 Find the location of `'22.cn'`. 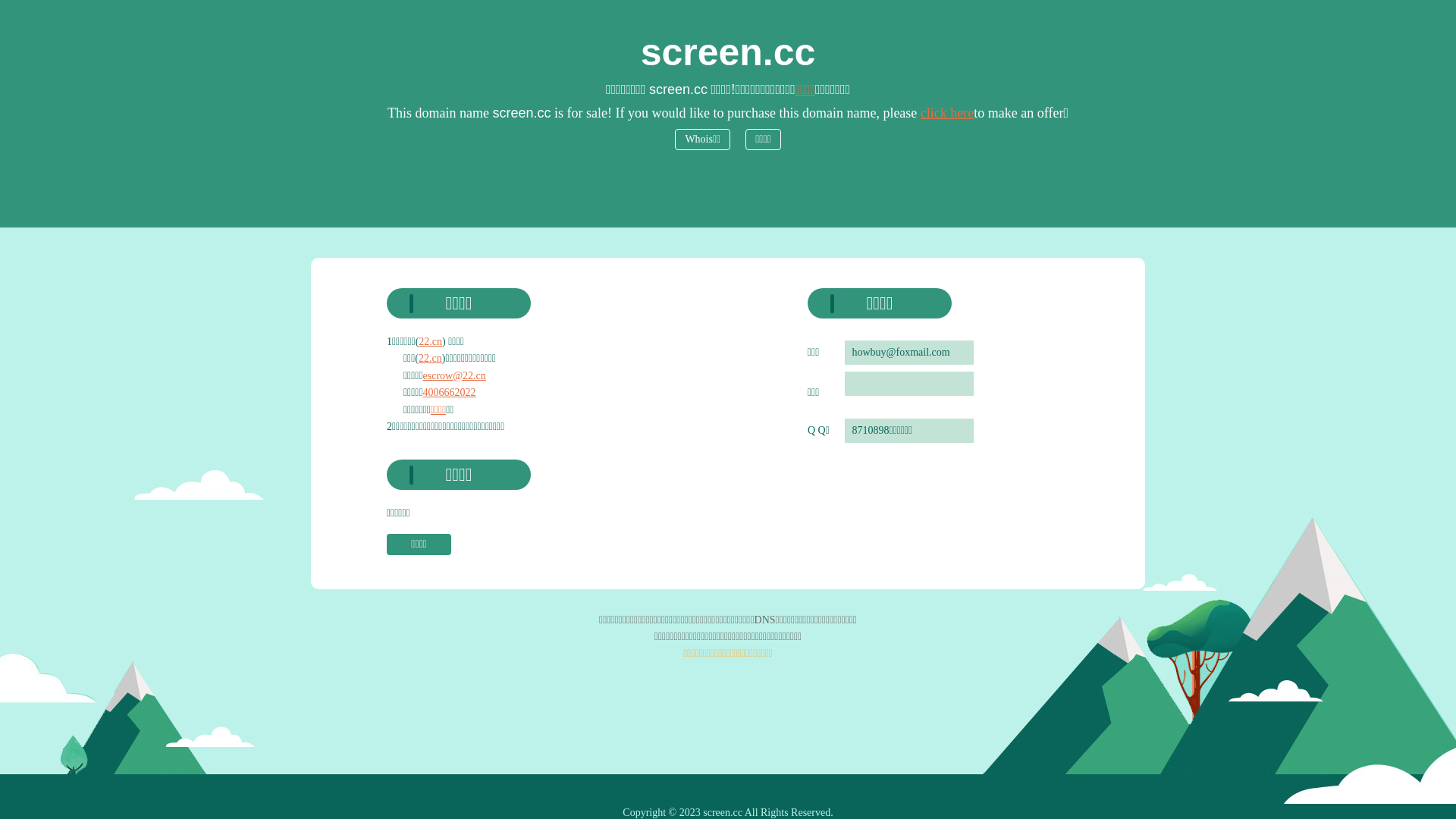

'22.cn' is located at coordinates (429, 358).